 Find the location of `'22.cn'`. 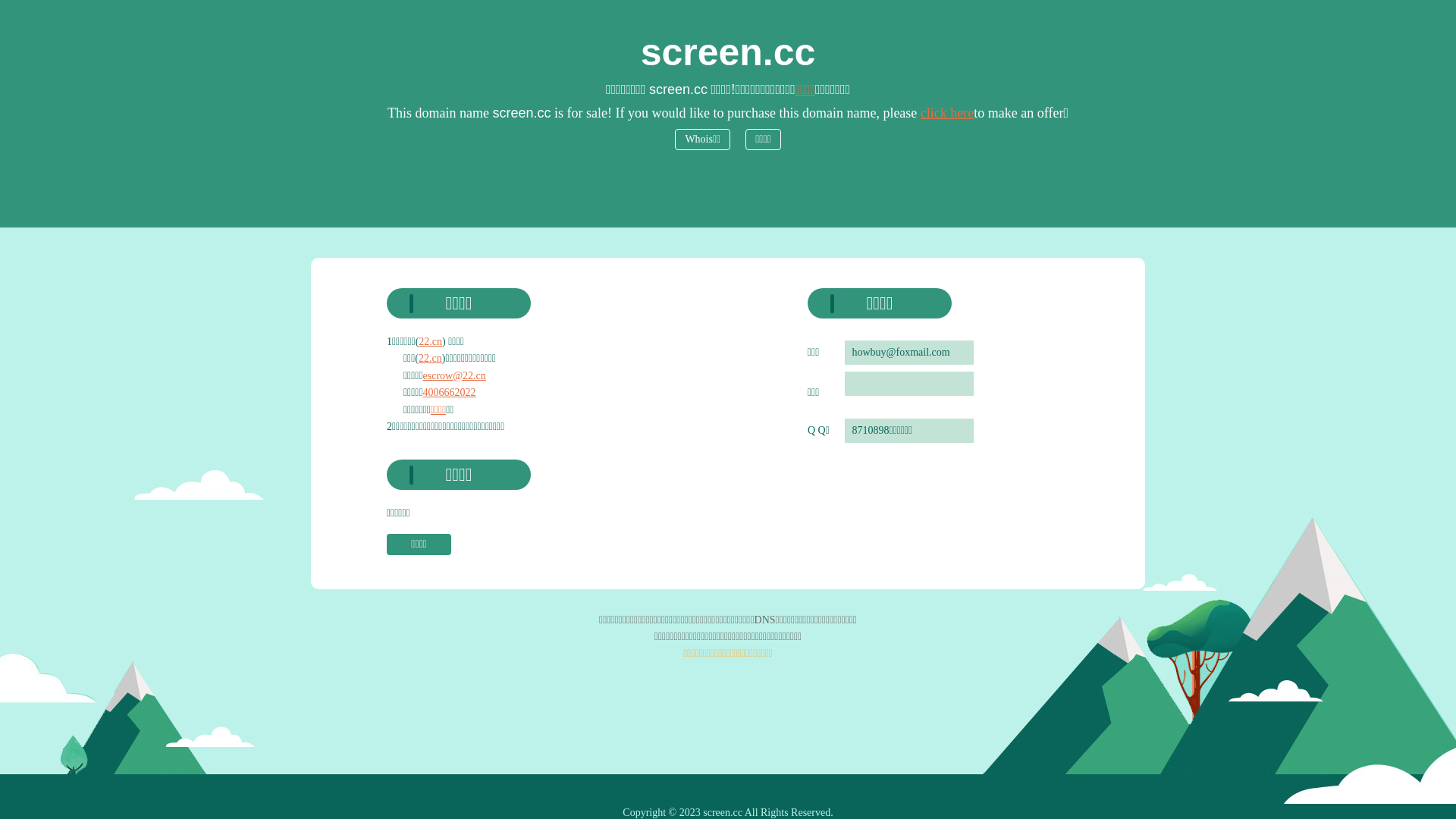

'22.cn' is located at coordinates (429, 358).